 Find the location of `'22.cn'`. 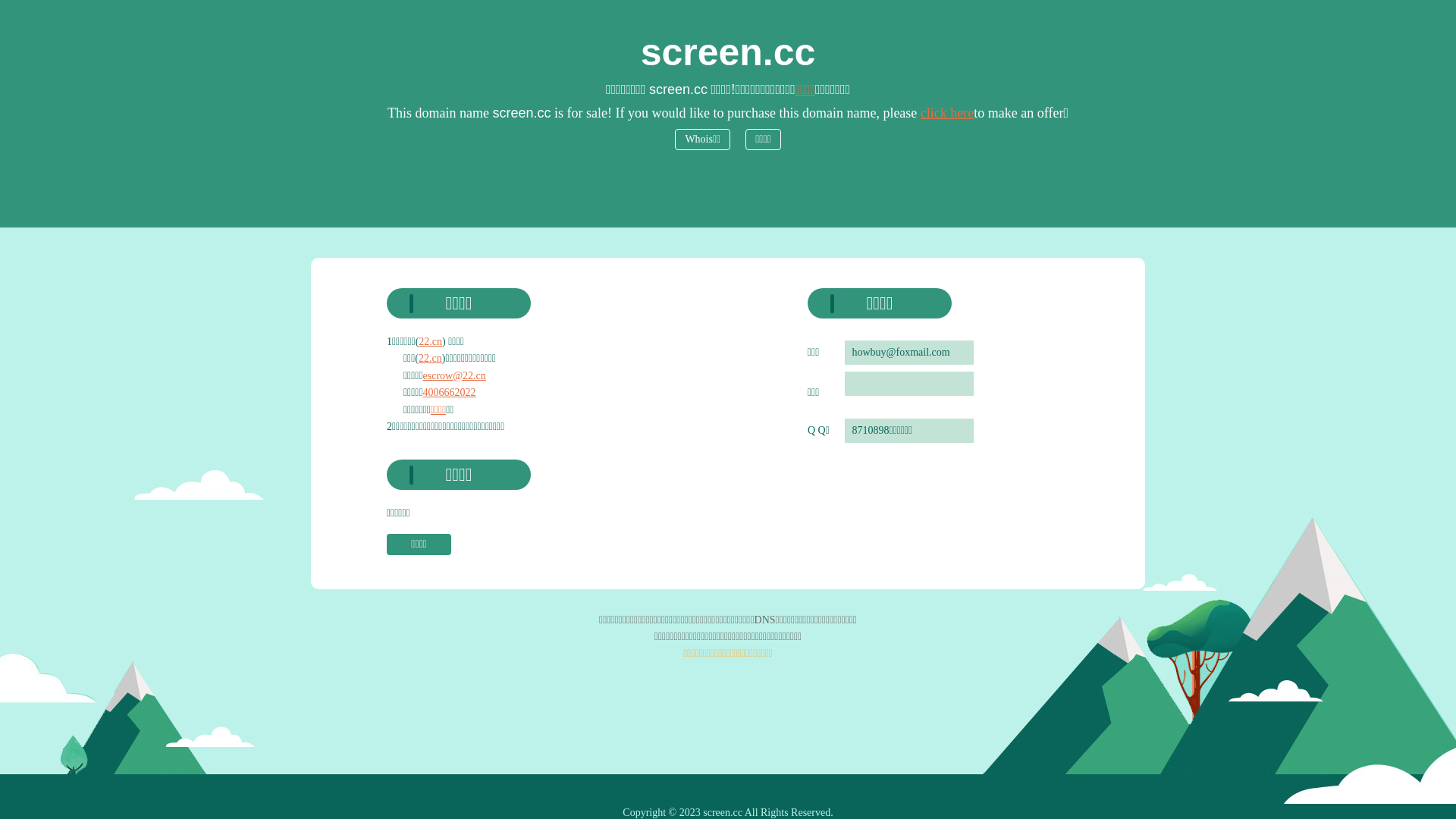

'22.cn' is located at coordinates (429, 358).